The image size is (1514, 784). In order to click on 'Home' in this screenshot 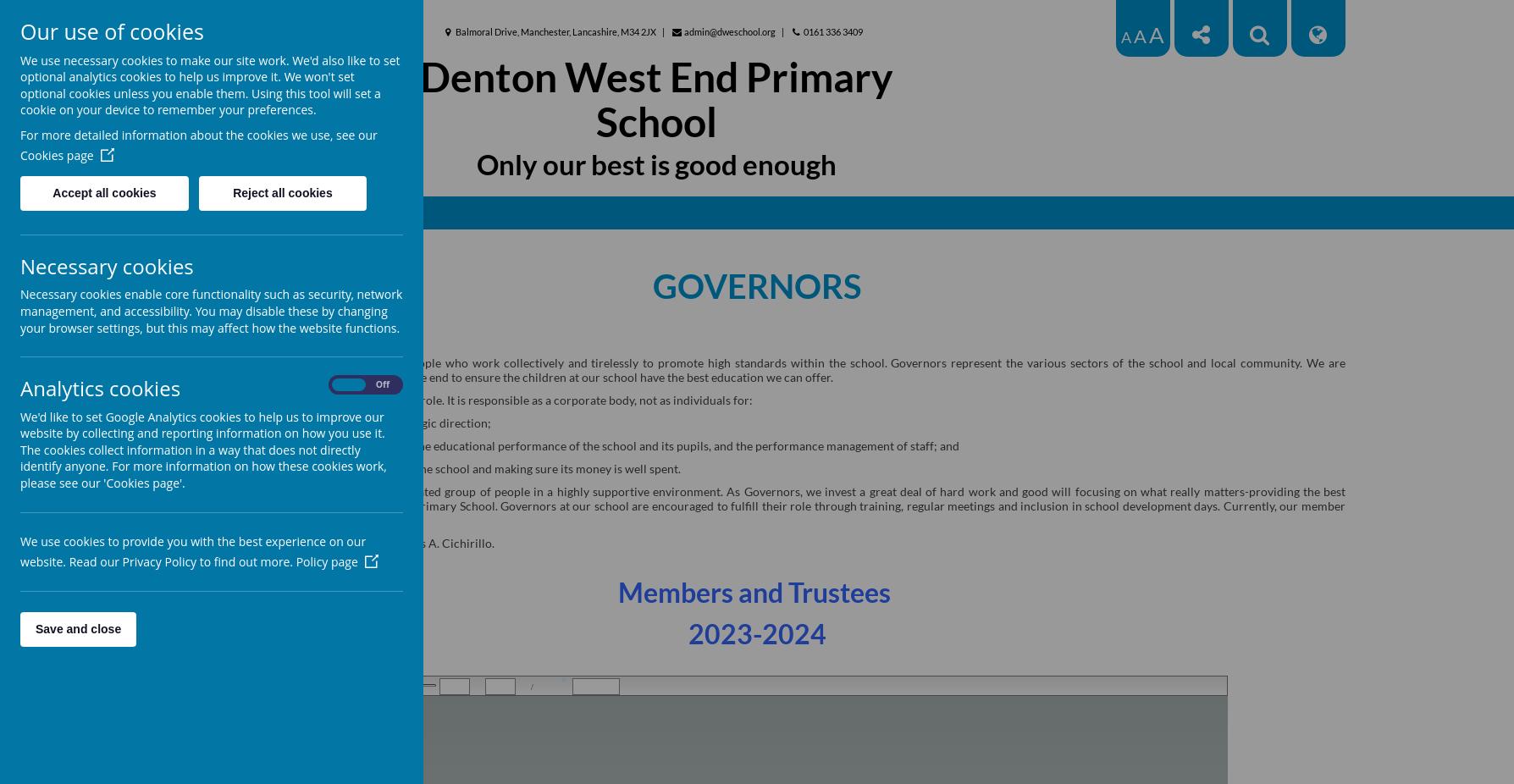, I will do `click(456, 212)`.